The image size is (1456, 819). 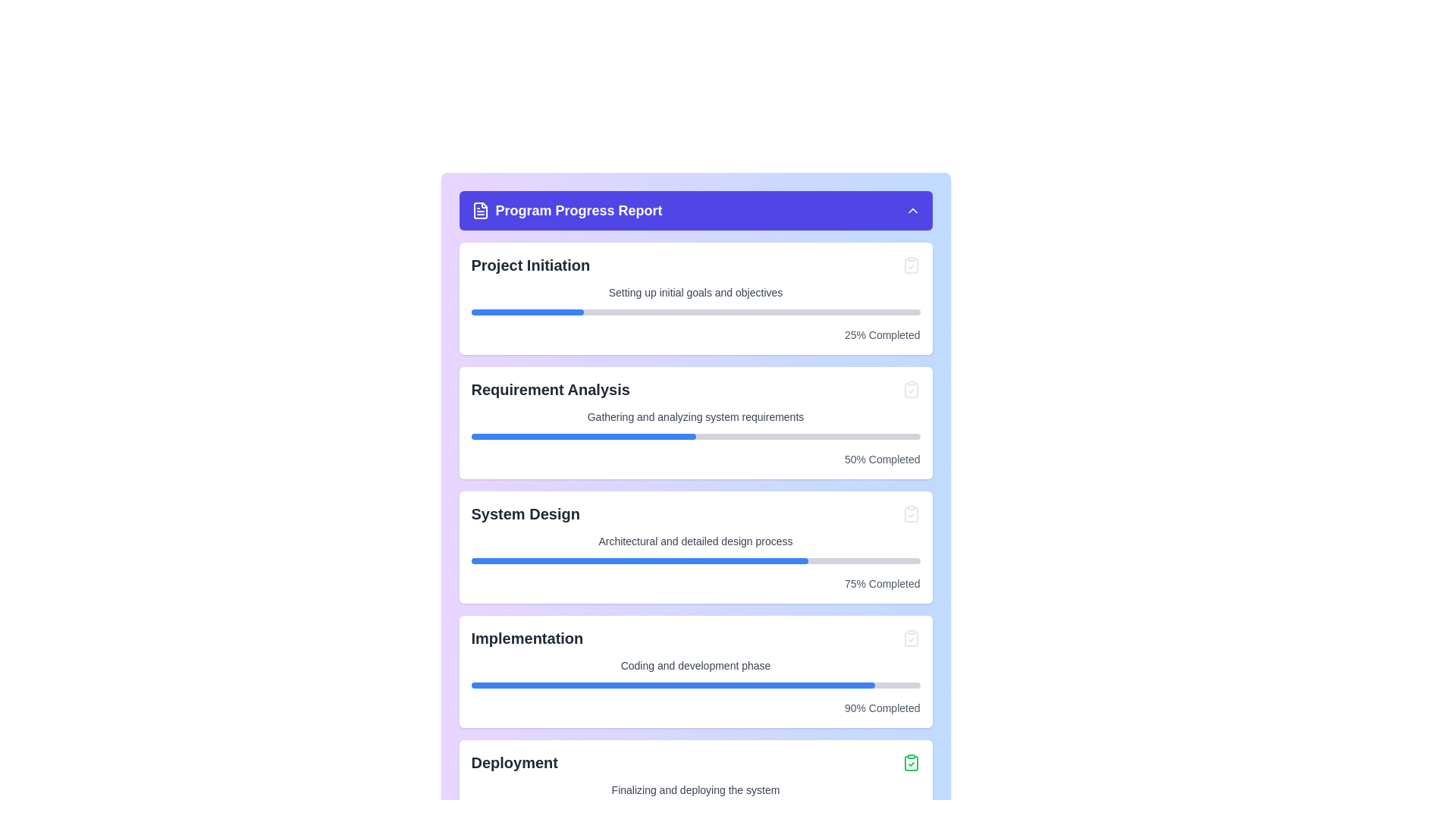 I want to click on the small text segment that says 'Coding and development phase', which is located in the 'Implementation' section, below its title and a graphical progress bar, so click(x=695, y=665).